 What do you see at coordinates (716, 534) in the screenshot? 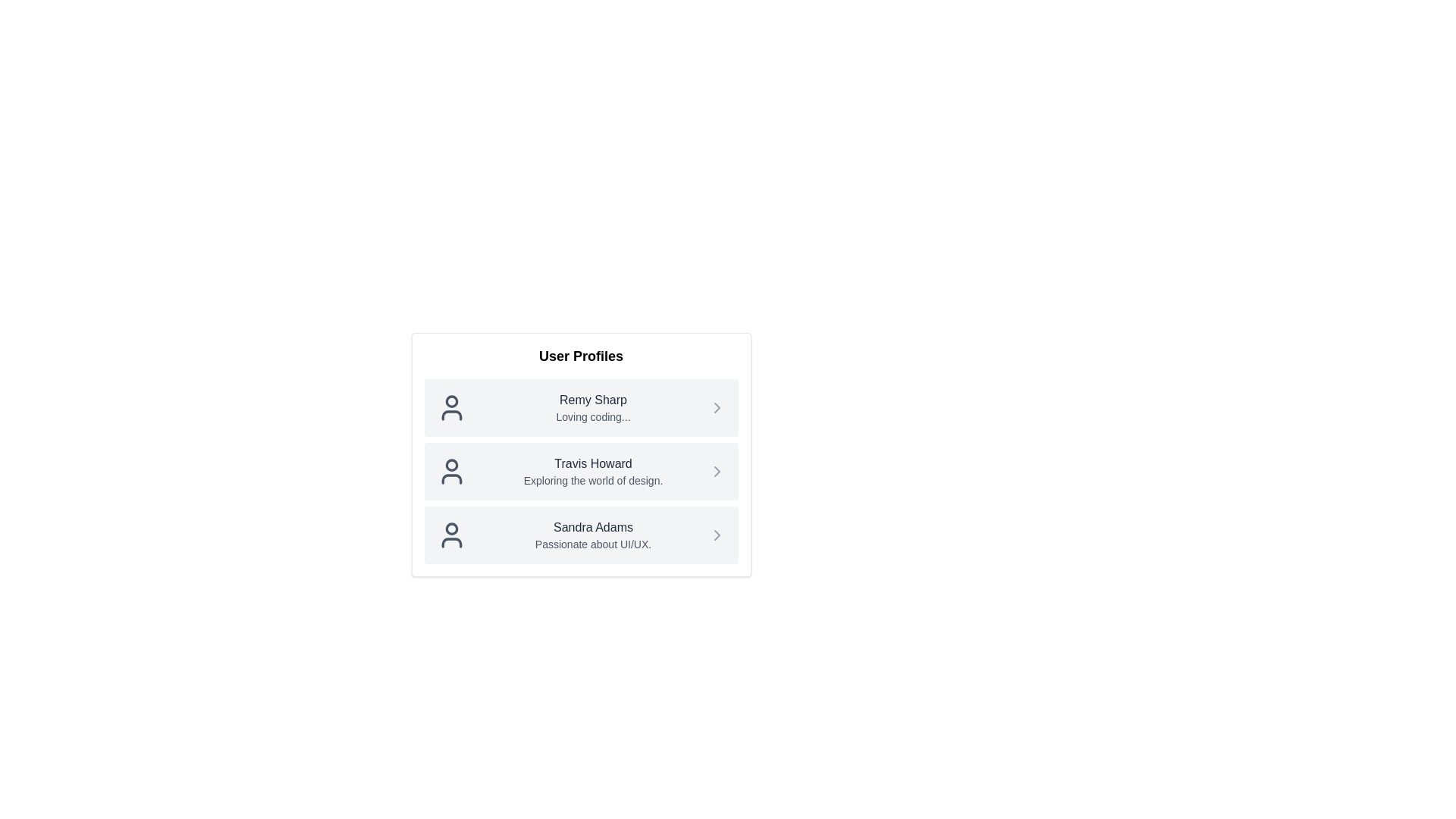
I see `the right-pointing arrow icon, which is outlined in gray and located adjacent to the text 'Sandra Adams Passionate about UI/UX.'` at bounding box center [716, 534].